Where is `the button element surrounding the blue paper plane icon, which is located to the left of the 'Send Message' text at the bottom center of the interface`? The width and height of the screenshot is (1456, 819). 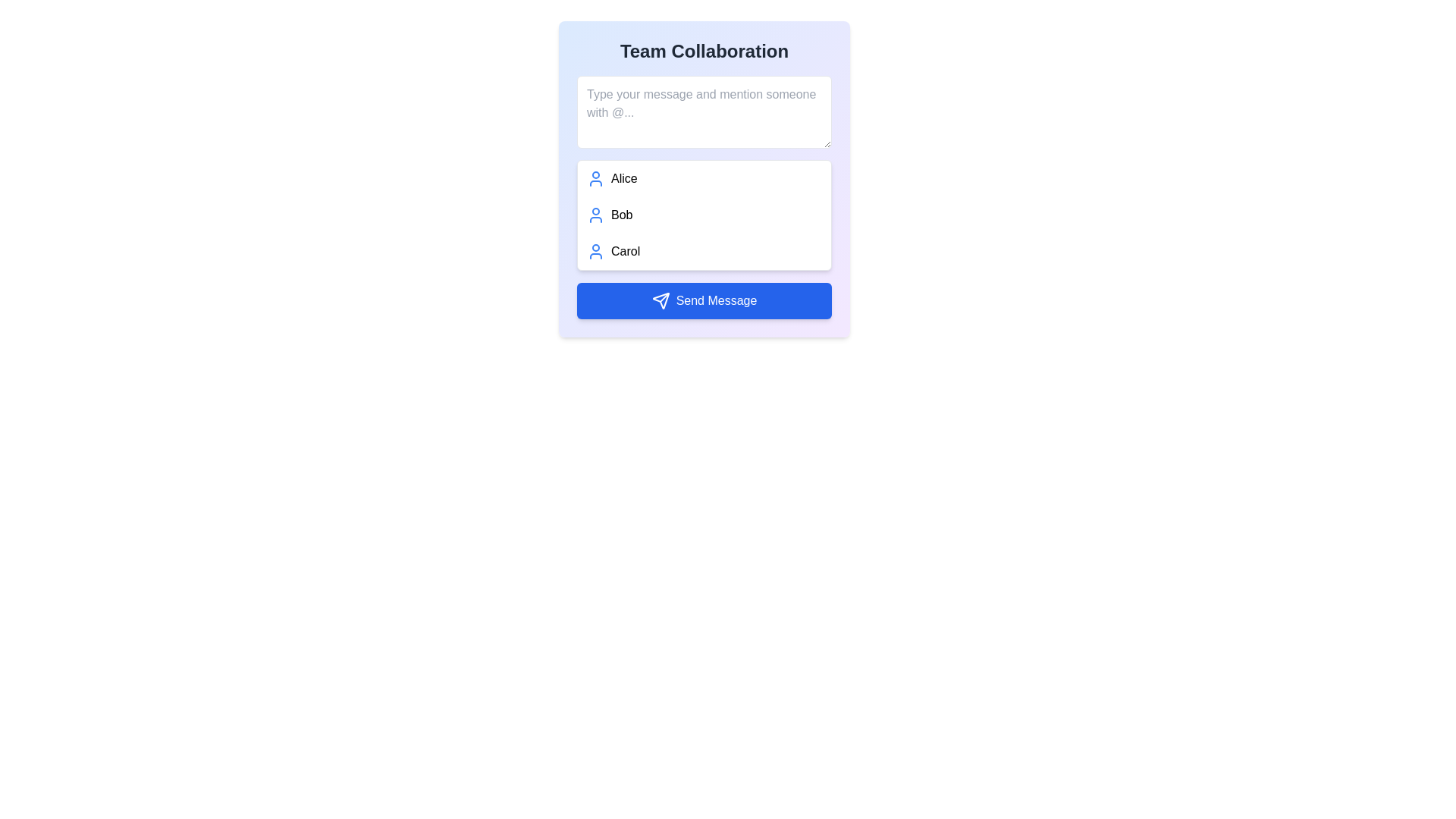
the button element surrounding the blue paper plane icon, which is located to the left of the 'Send Message' text at the bottom center of the interface is located at coordinates (661, 301).